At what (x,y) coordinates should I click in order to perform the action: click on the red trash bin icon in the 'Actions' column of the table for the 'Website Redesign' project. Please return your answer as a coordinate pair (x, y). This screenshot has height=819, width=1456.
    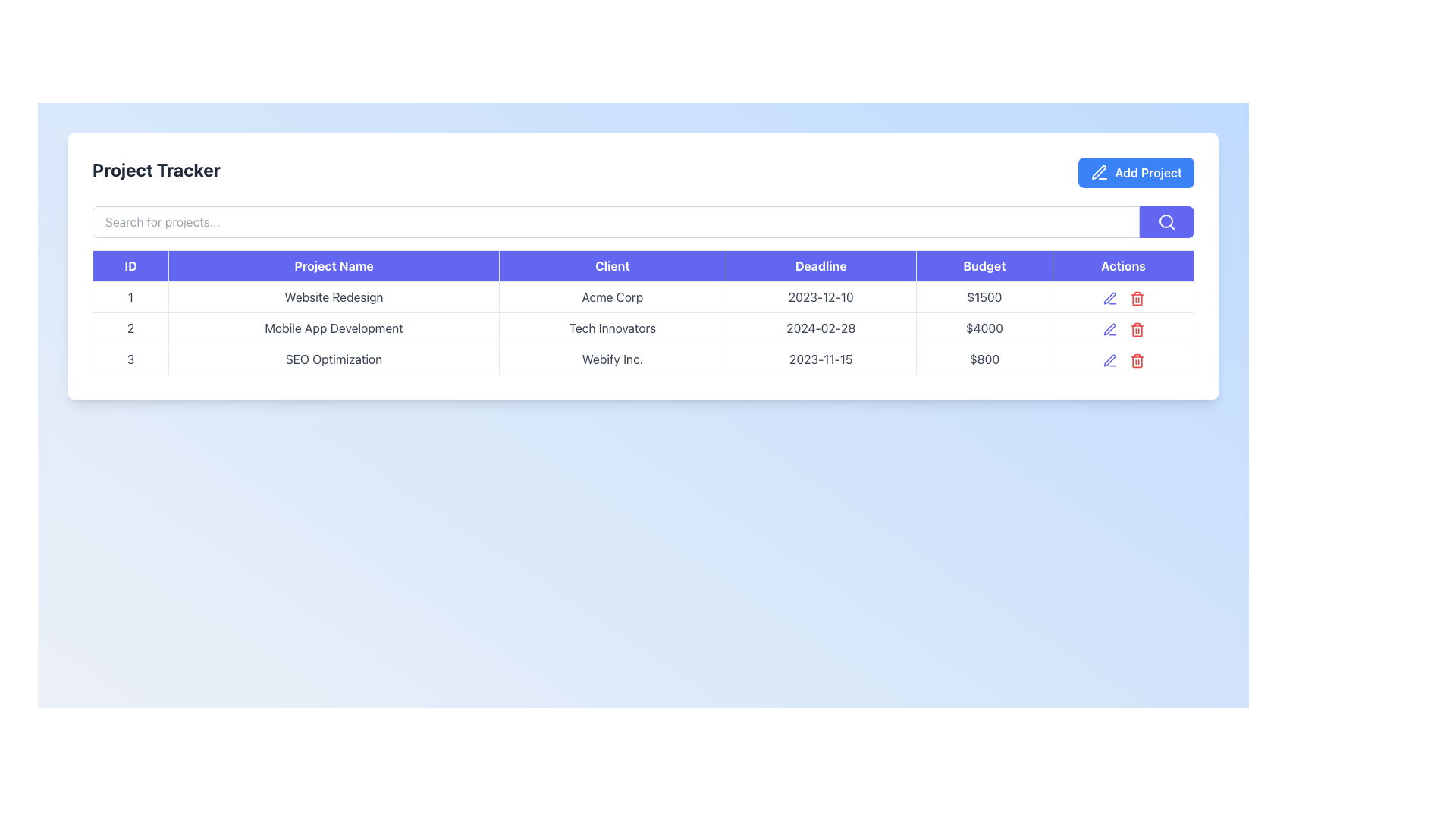
    Looking at the image, I should click on (1137, 298).